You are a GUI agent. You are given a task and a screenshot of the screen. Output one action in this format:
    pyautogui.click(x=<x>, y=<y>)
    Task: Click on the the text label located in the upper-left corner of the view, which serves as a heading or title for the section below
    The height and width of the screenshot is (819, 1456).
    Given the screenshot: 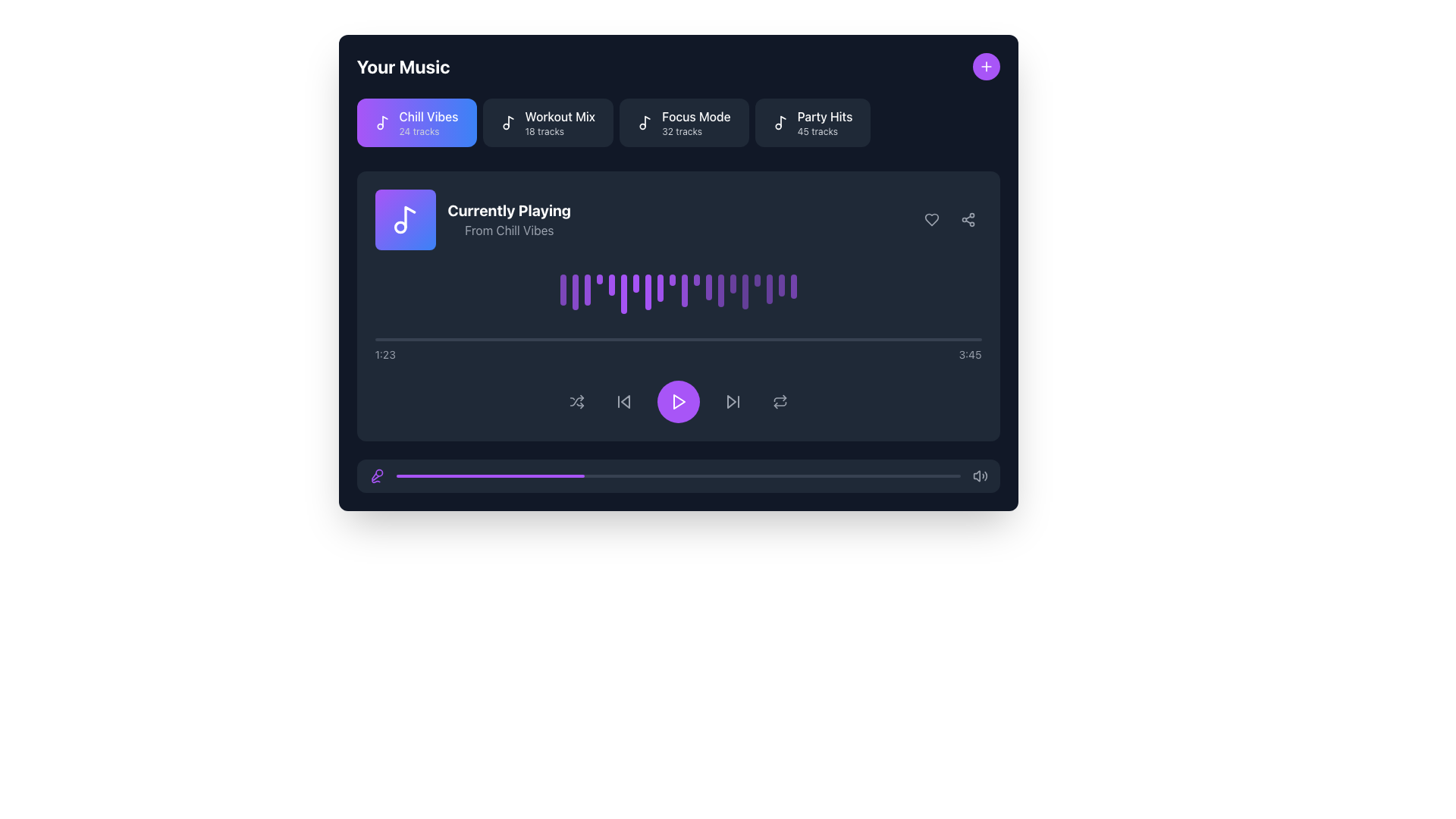 What is the action you would take?
    pyautogui.click(x=403, y=66)
    